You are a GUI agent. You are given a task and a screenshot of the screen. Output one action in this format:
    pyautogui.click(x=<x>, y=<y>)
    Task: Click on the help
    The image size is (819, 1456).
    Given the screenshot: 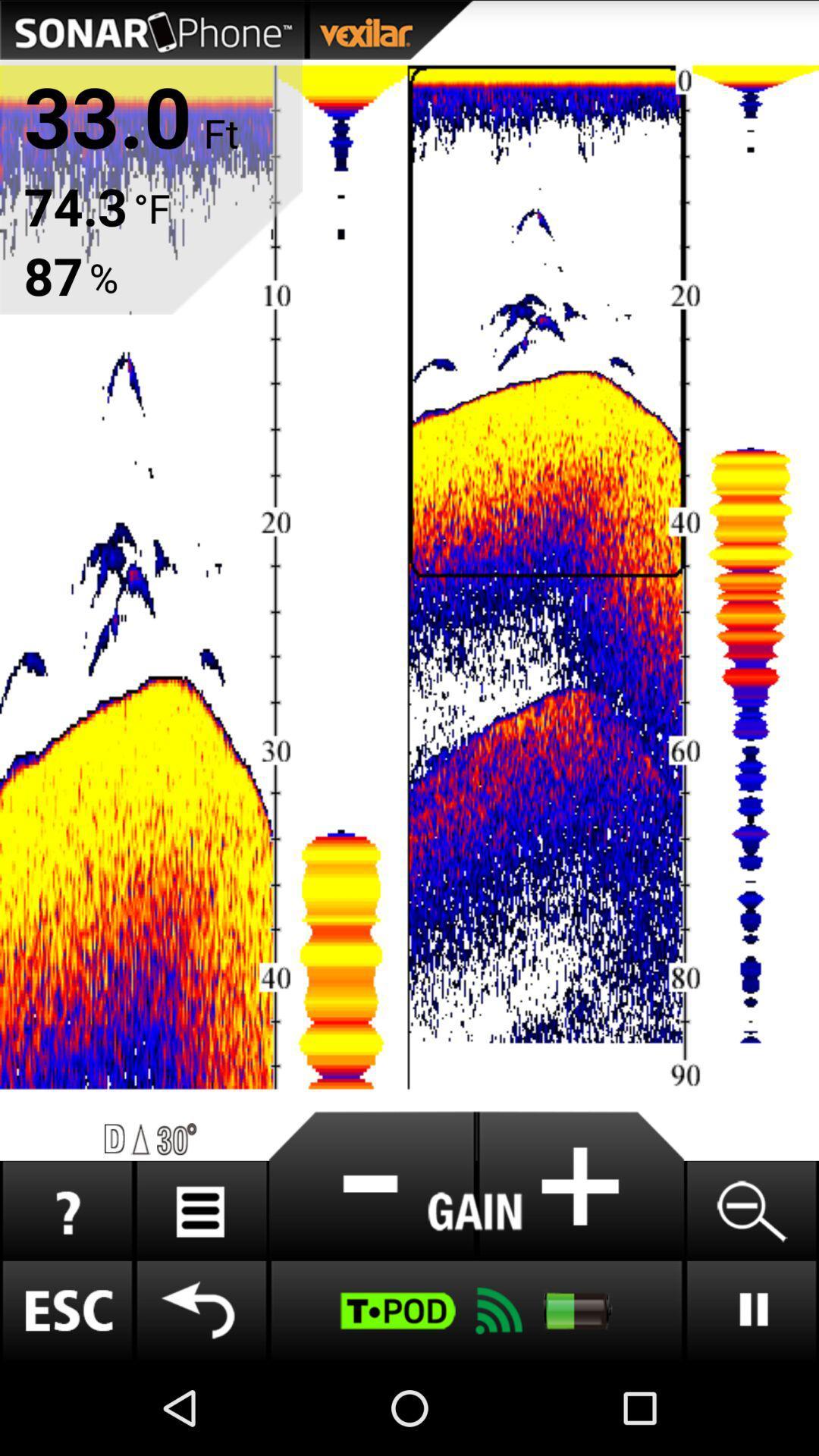 What is the action you would take?
    pyautogui.click(x=66, y=1210)
    